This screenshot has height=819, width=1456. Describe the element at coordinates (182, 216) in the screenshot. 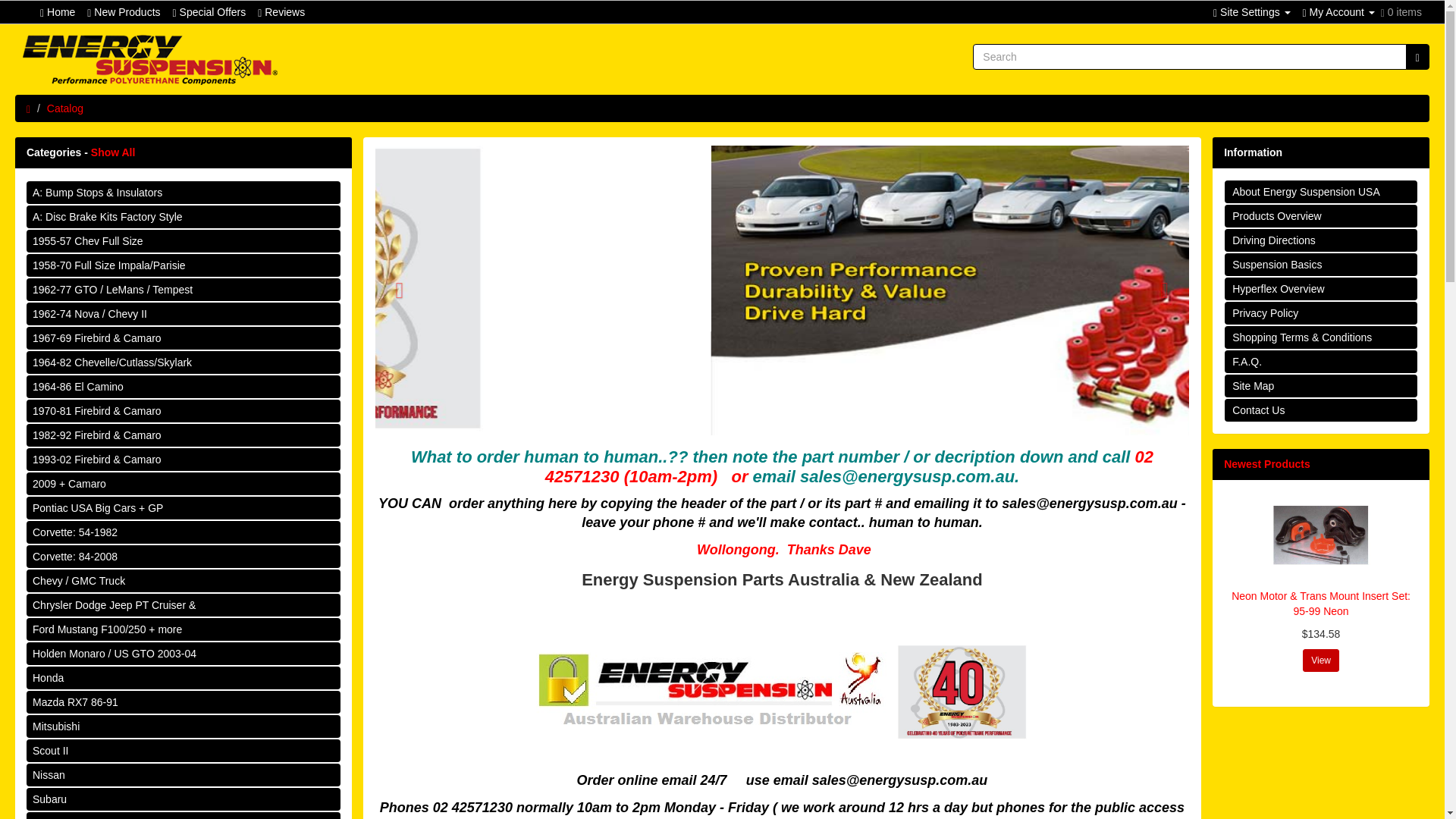

I see `'A: Disc Brake Kits Factory Style'` at that location.